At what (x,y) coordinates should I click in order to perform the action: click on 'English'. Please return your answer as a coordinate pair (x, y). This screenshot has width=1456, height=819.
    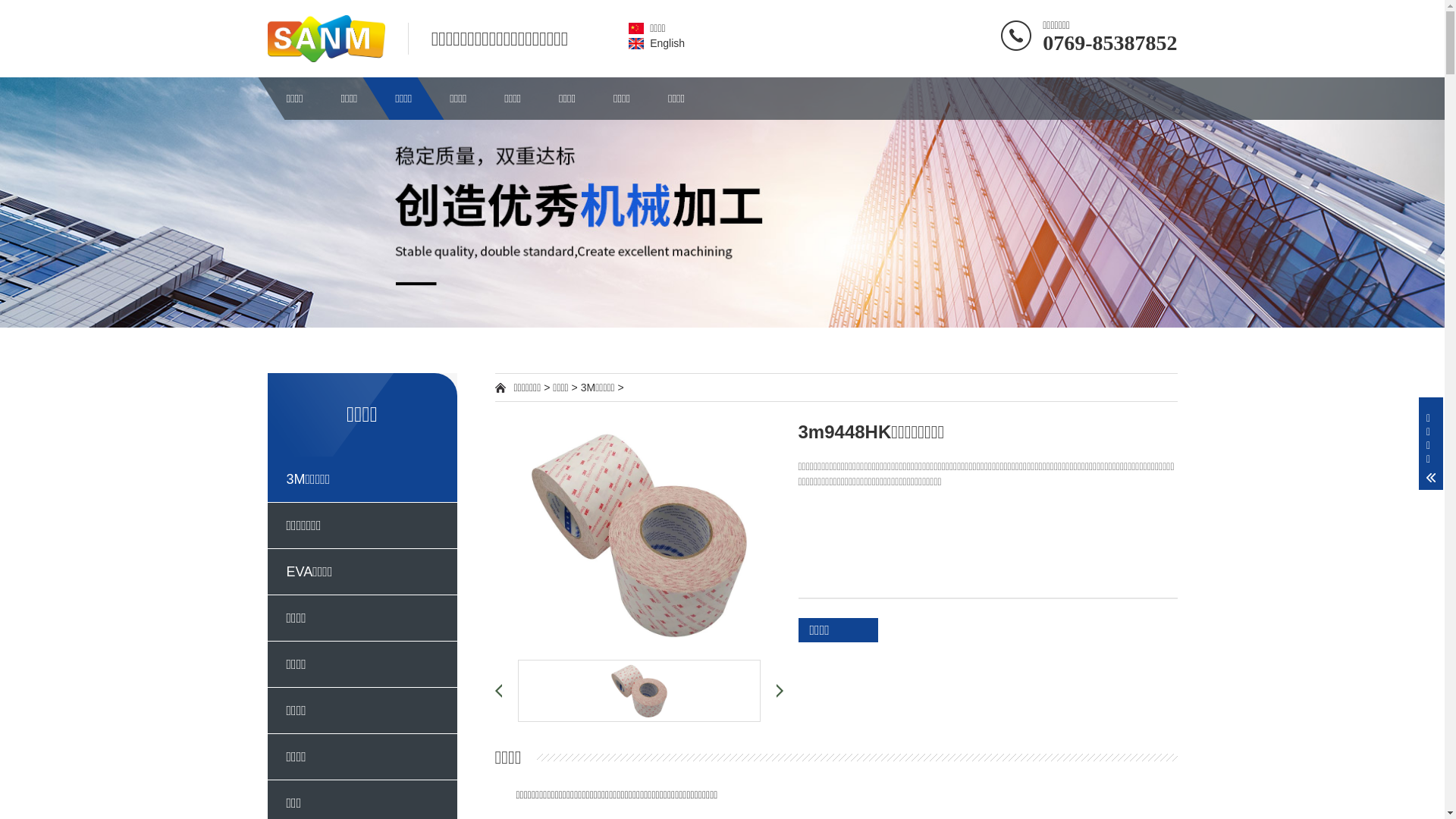
    Looking at the image, I should click on (656, 42).